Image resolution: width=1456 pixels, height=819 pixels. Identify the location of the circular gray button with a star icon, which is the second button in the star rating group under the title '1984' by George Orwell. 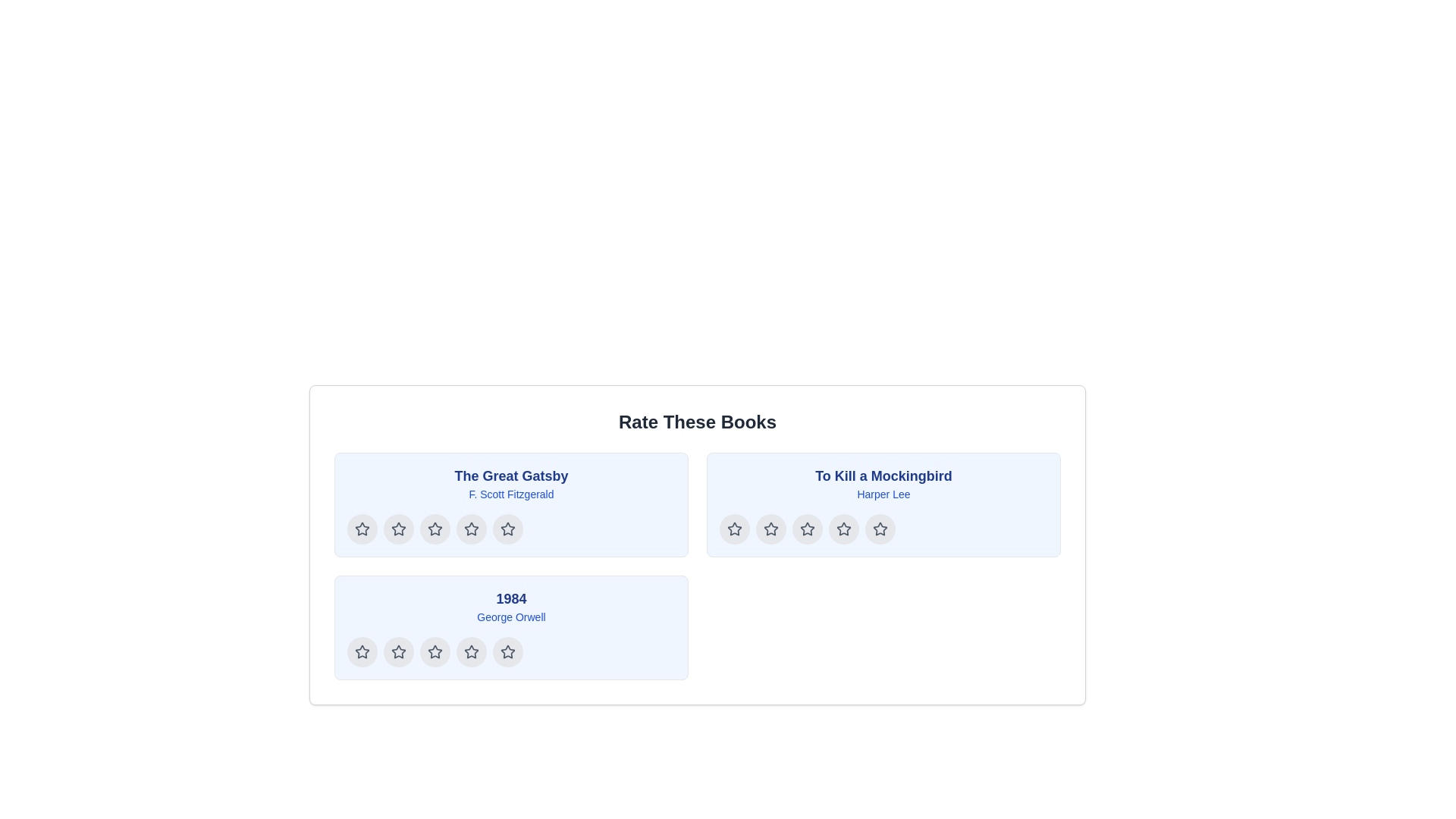
(399, 651).